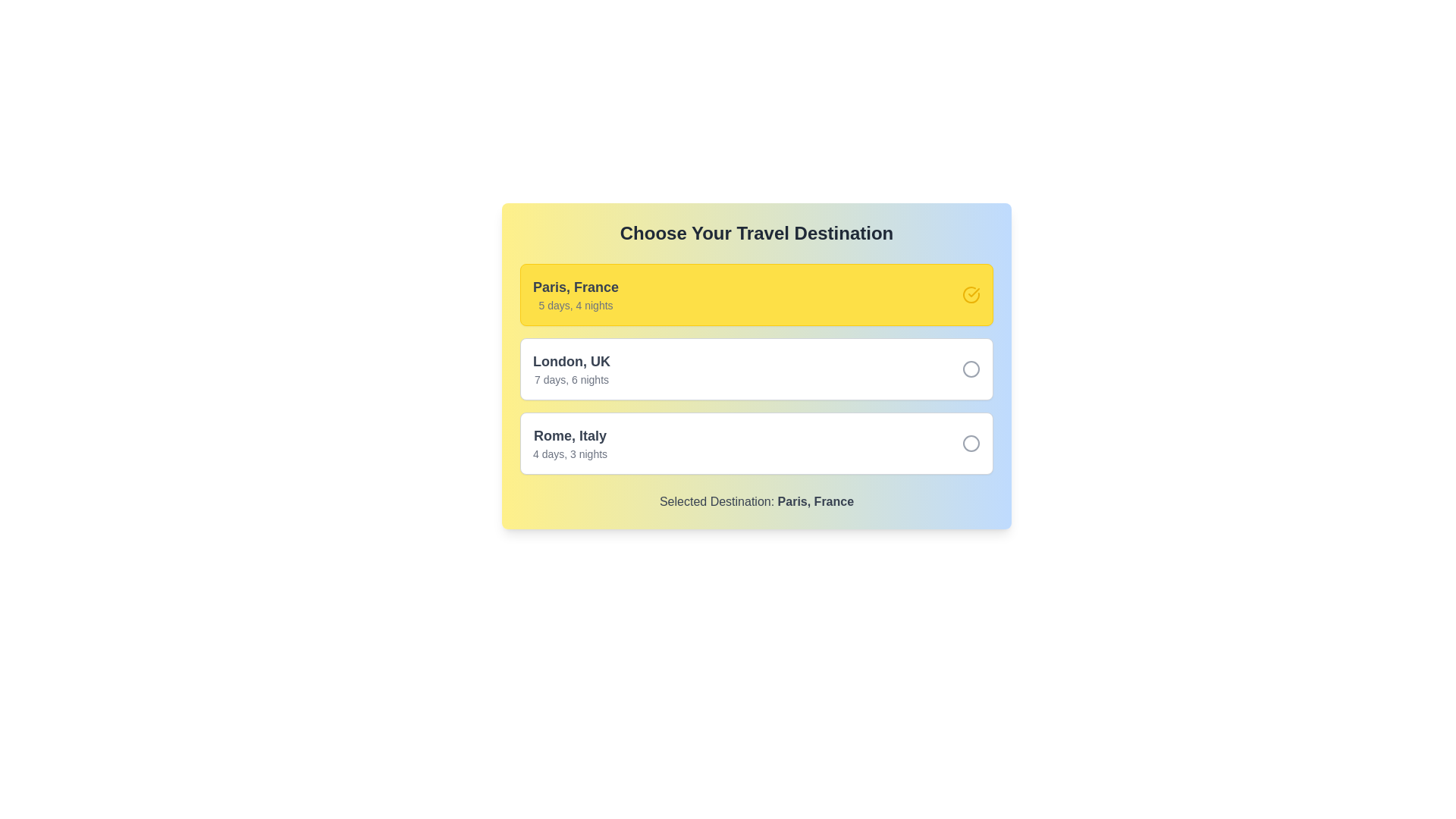 The width and height of the screenshot is (1456, 819). I want to click on the text display element that reads 'Selected Destination: Paris, France', which is styled in gray with 'Paris, France' bolded for emphasis, so click(757, 502).